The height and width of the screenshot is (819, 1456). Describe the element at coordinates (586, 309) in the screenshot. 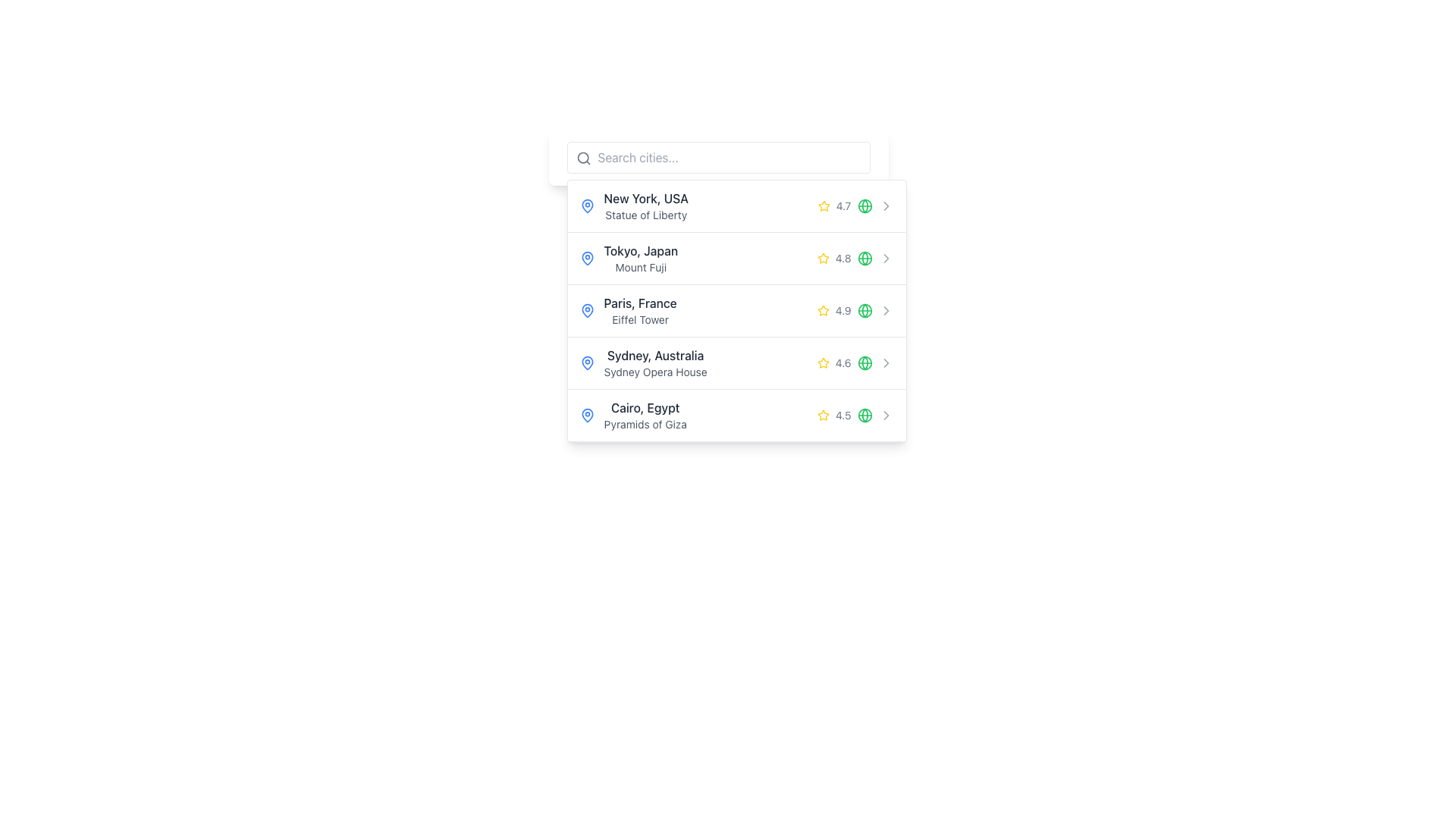

I see `the blue outline pin marker icon that indicates the location of 'Paris, France', located to the left of the text and aligned with the third item in the list` at that location.